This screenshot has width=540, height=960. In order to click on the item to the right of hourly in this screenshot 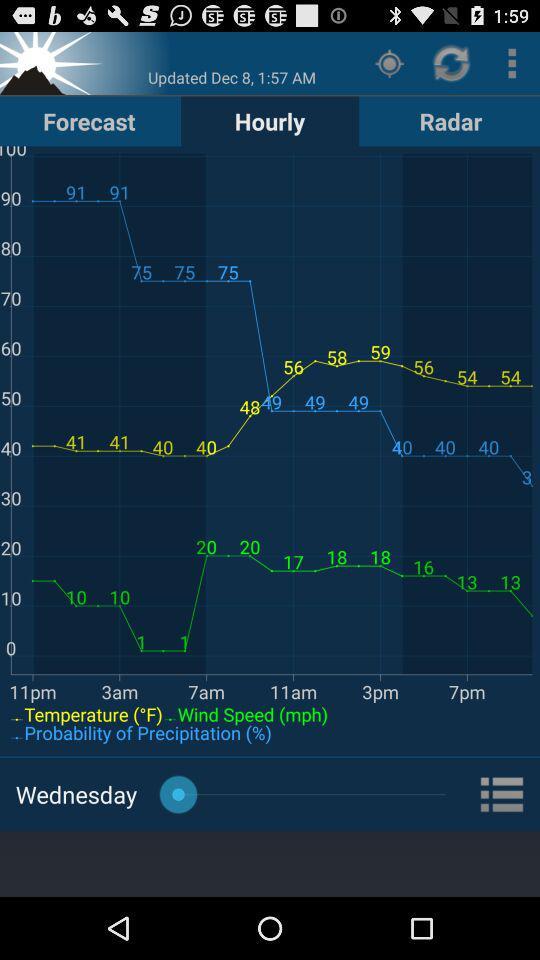, I will do `click(389, 62)`.